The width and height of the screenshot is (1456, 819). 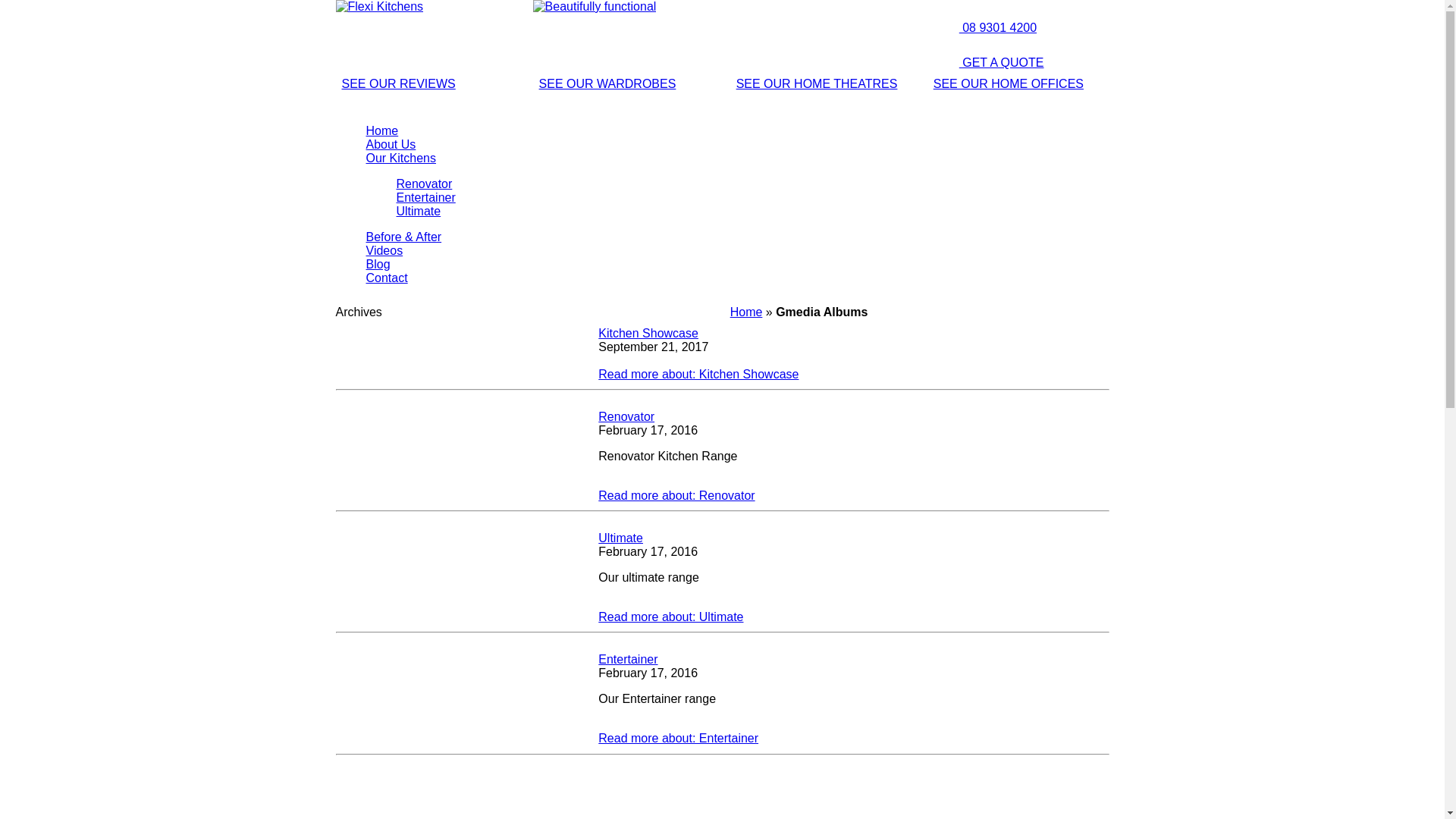 I want to click on 'Our Kitchens', so click(x=400, y=158).